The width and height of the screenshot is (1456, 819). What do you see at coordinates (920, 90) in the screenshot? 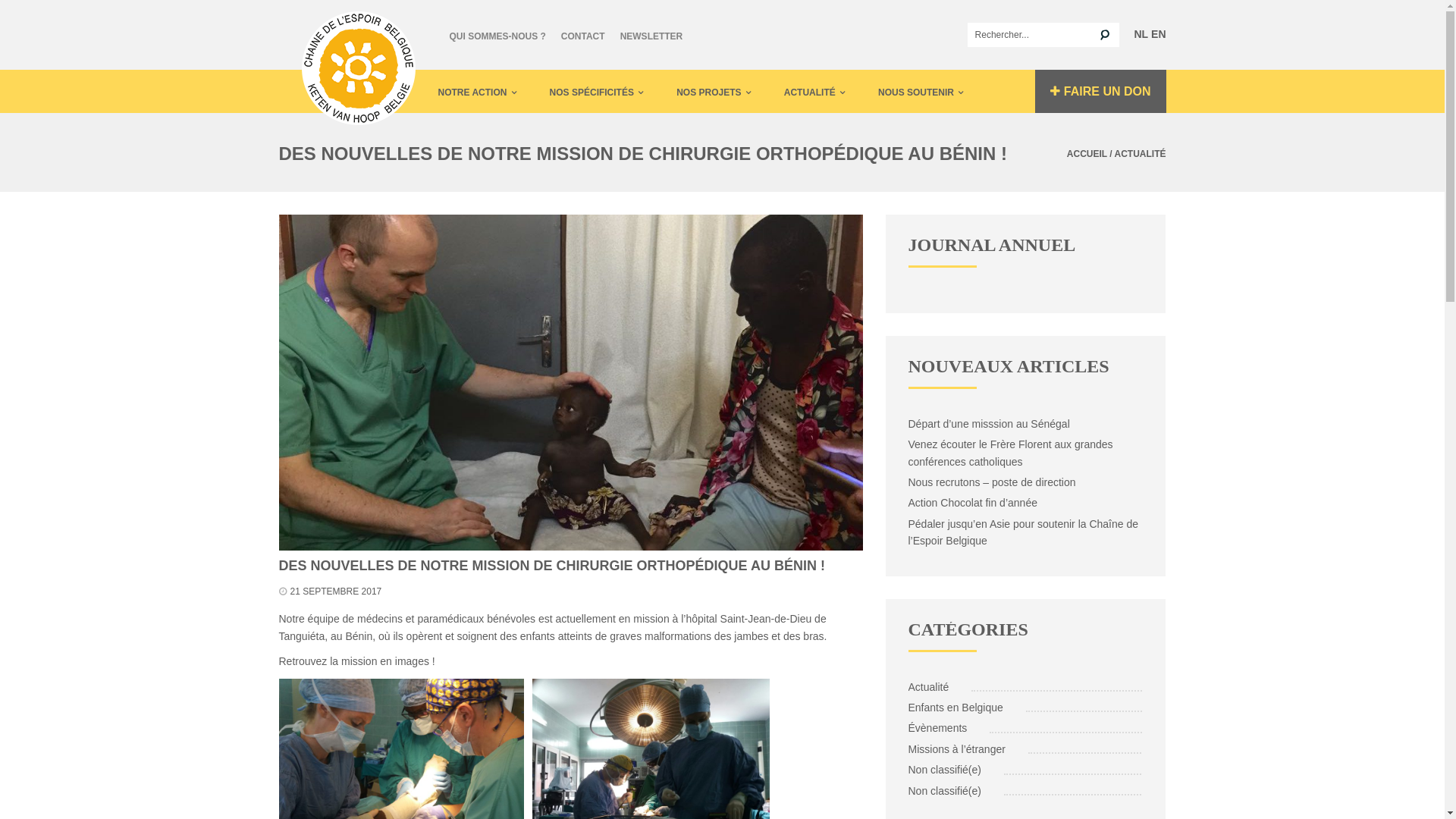
I see `'NOUS SOUTENIR'` at bounding box center [920, 90].